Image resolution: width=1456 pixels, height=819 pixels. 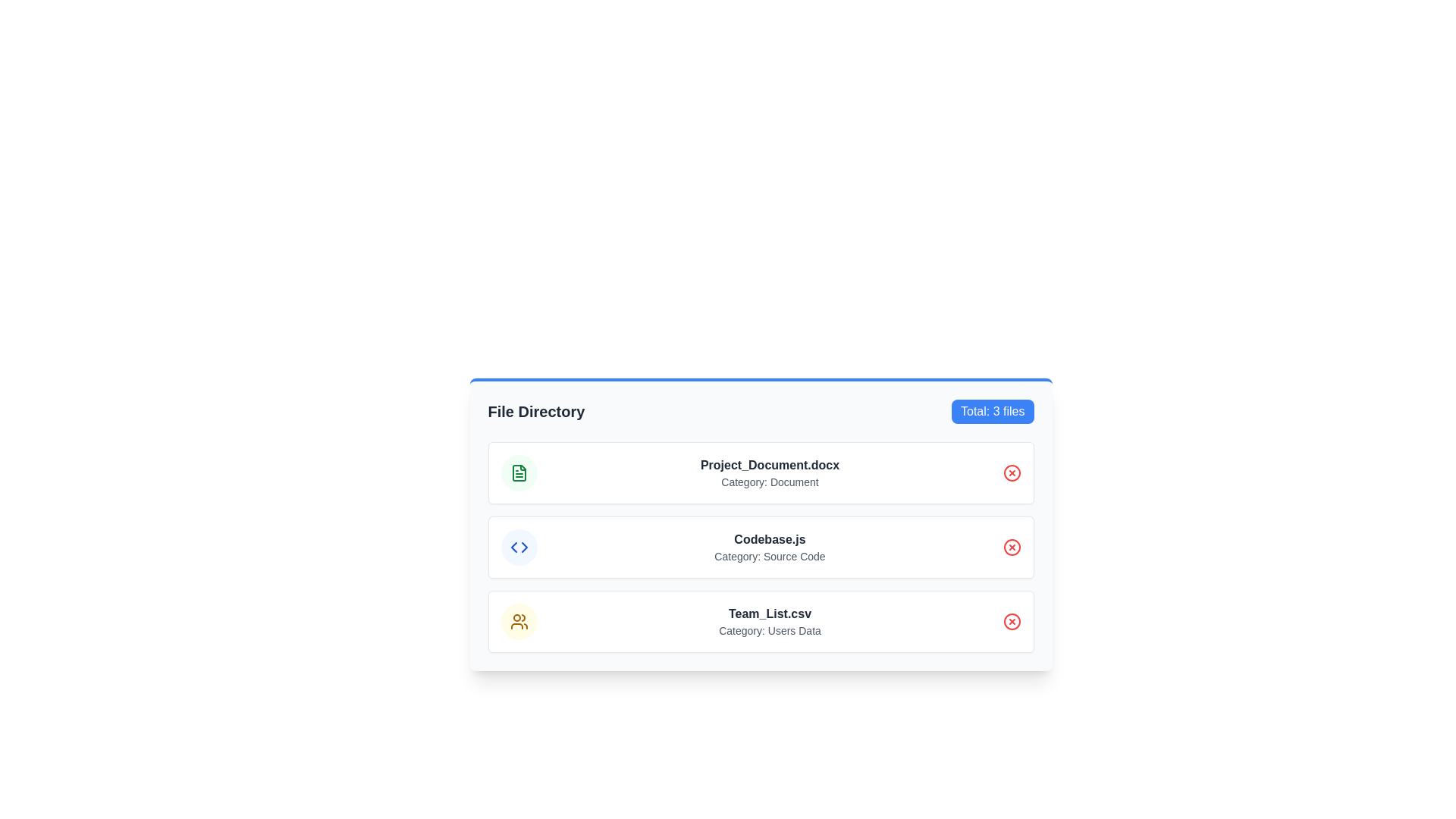 I want to click on the visual representation icon associated with the 'Team_List.csv' file entry, located in the left side of the third item in the vertical list of file entries, so click(x=519, y=622).